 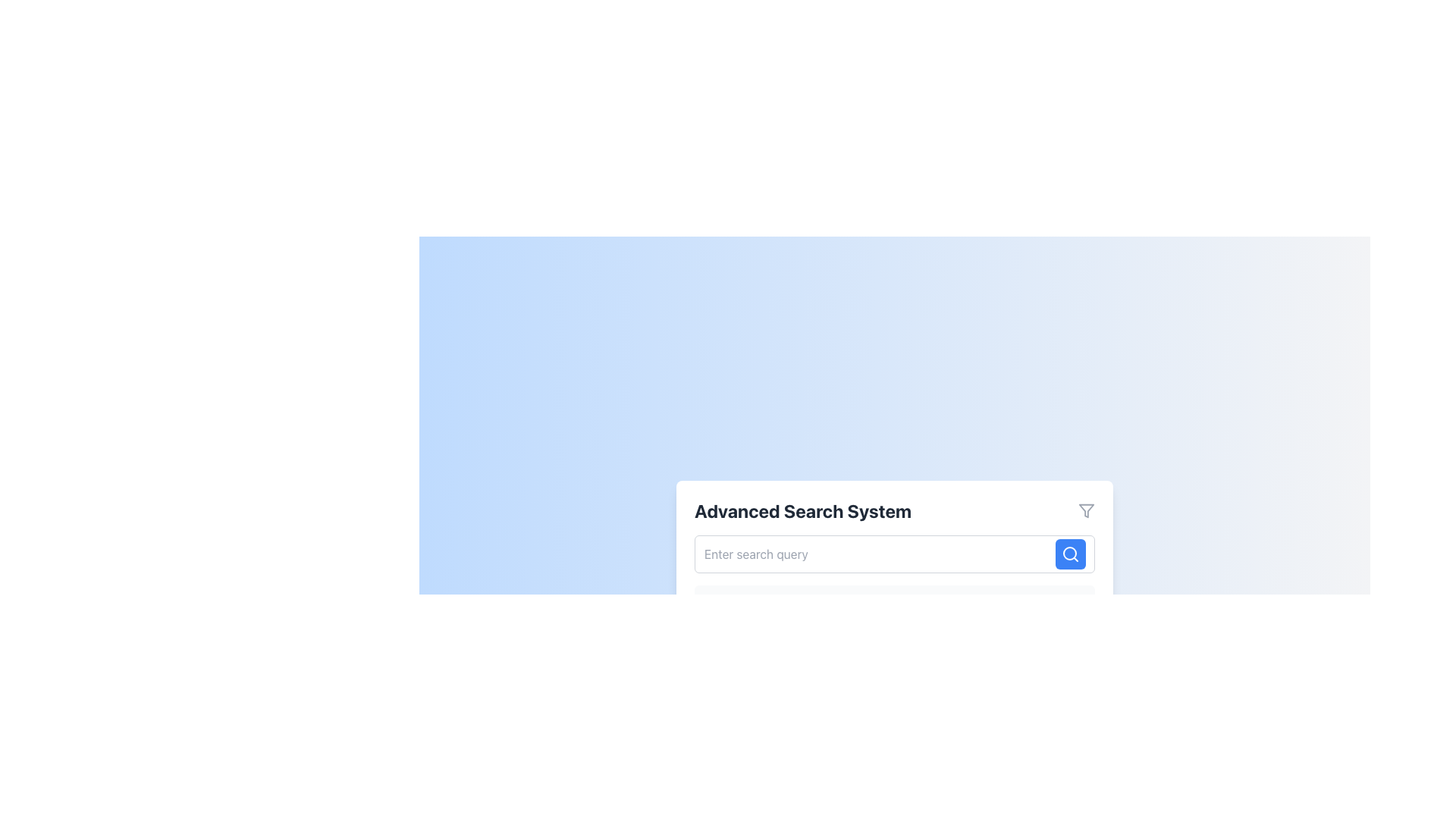 What do you see at coordinates (1069, 554) in the screenshot?
I see `the search button located at the right end of the input field labeled 'Enter search query' for keyboard navigation` at bounding box center [1069, 554].